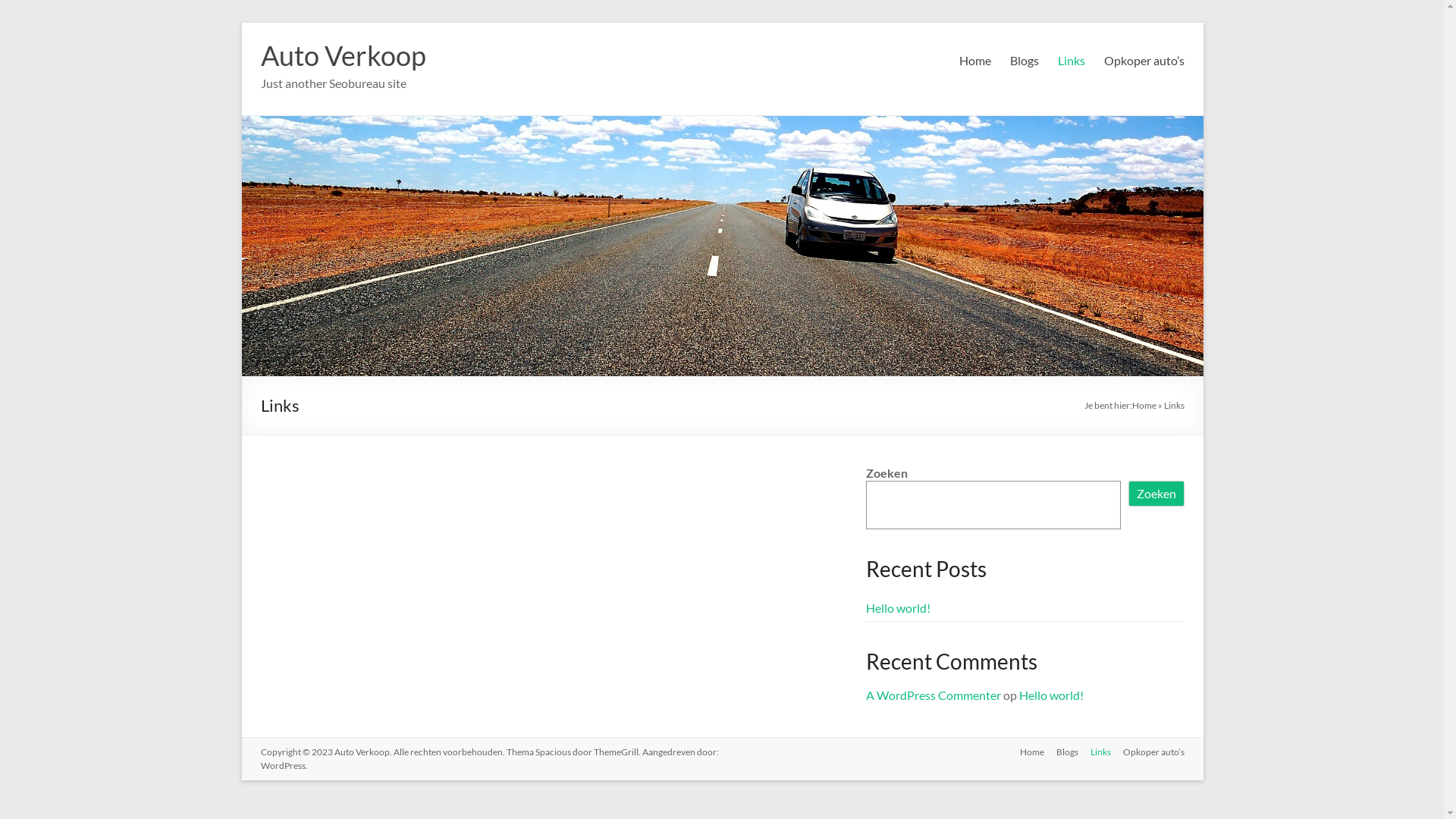 This screenshot has width=1456, height=819. What do you see at coordinates (1007, 753) in the screenshot?
I see `'Home'` at bounding box center [1007, 753].